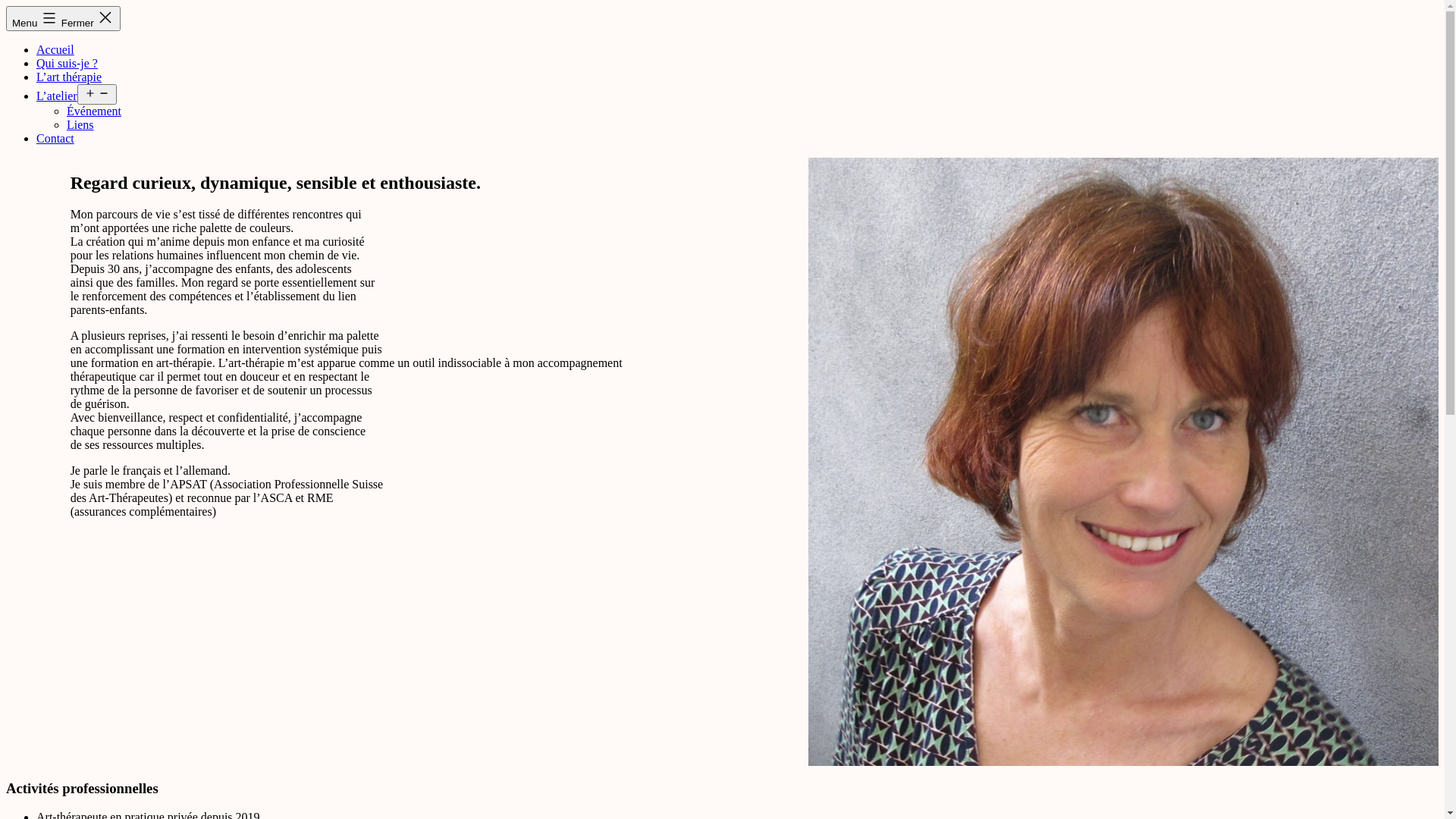 The height and width of the screenshot is (819, 1456). What do you see at coordinates (76, 94) in the screenshot?
I see `'Ouvrir le menu'` at bounding box center [76, 94].